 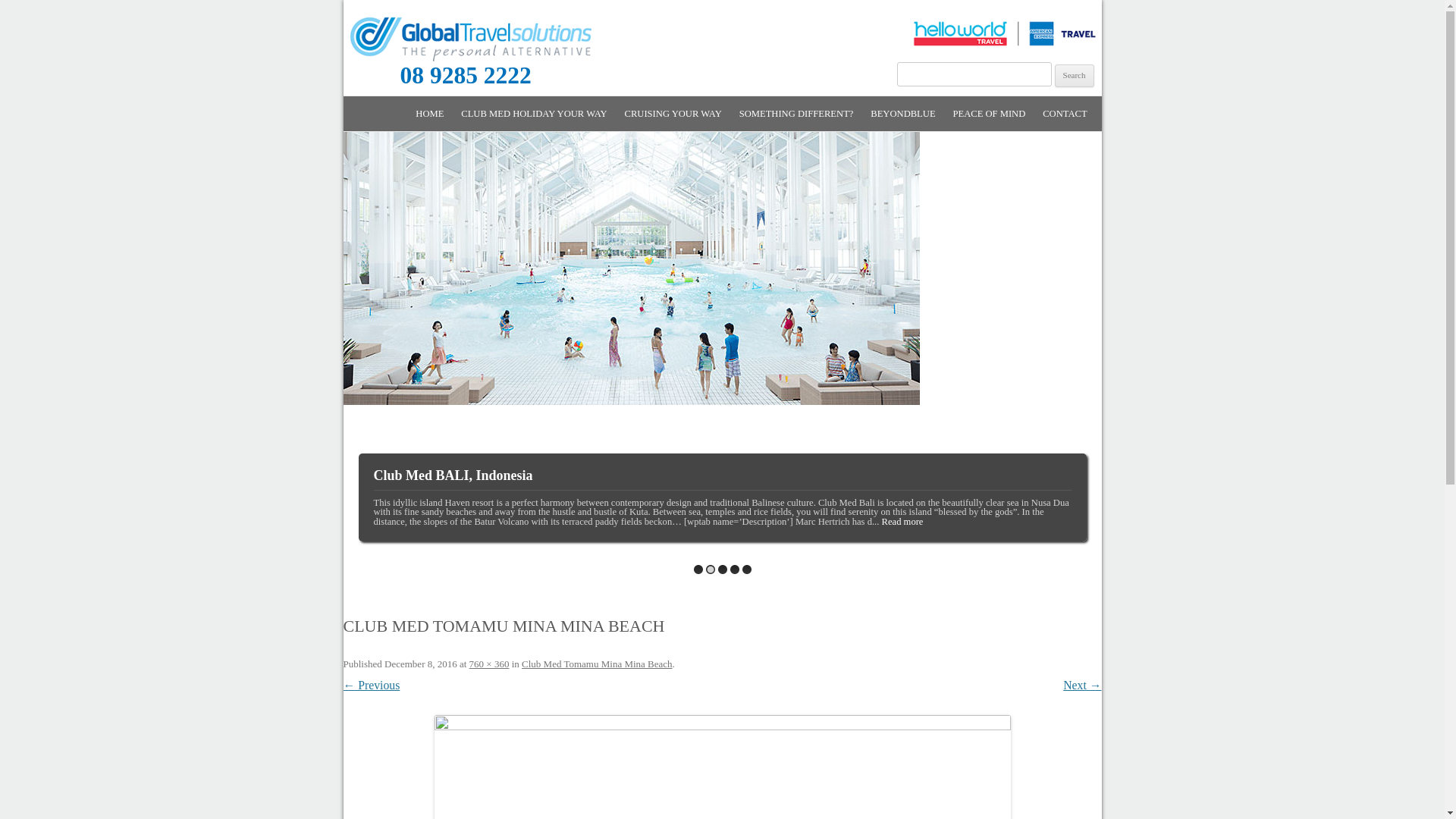 What do you see at coordinates (534, 113) in the screenshot?
I see `'CLUB MED HOLIDAY YOUR WAY'` at bounding box center [534, 113].